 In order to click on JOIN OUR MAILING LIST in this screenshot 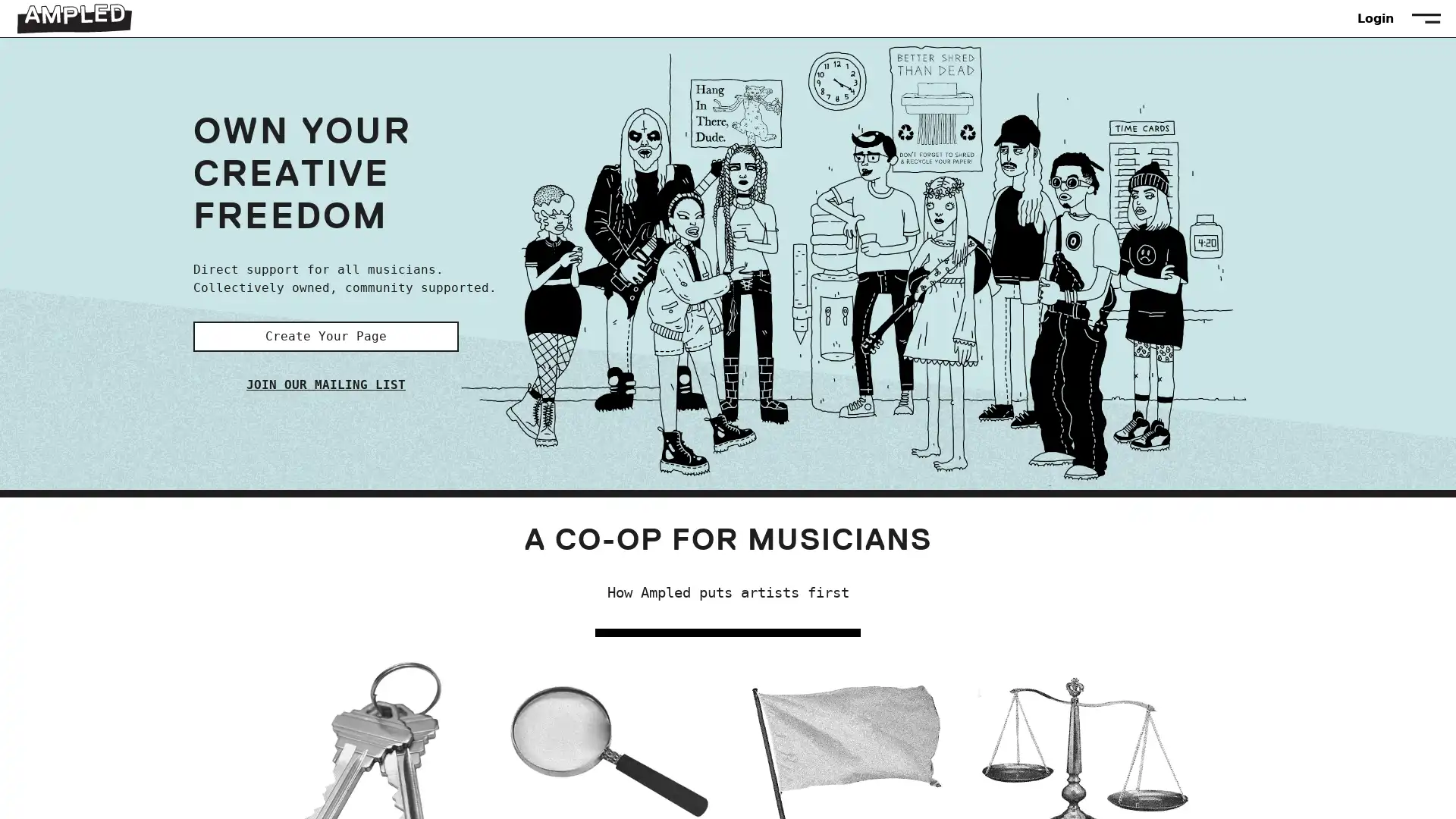, I will do `click(325, 384)`.